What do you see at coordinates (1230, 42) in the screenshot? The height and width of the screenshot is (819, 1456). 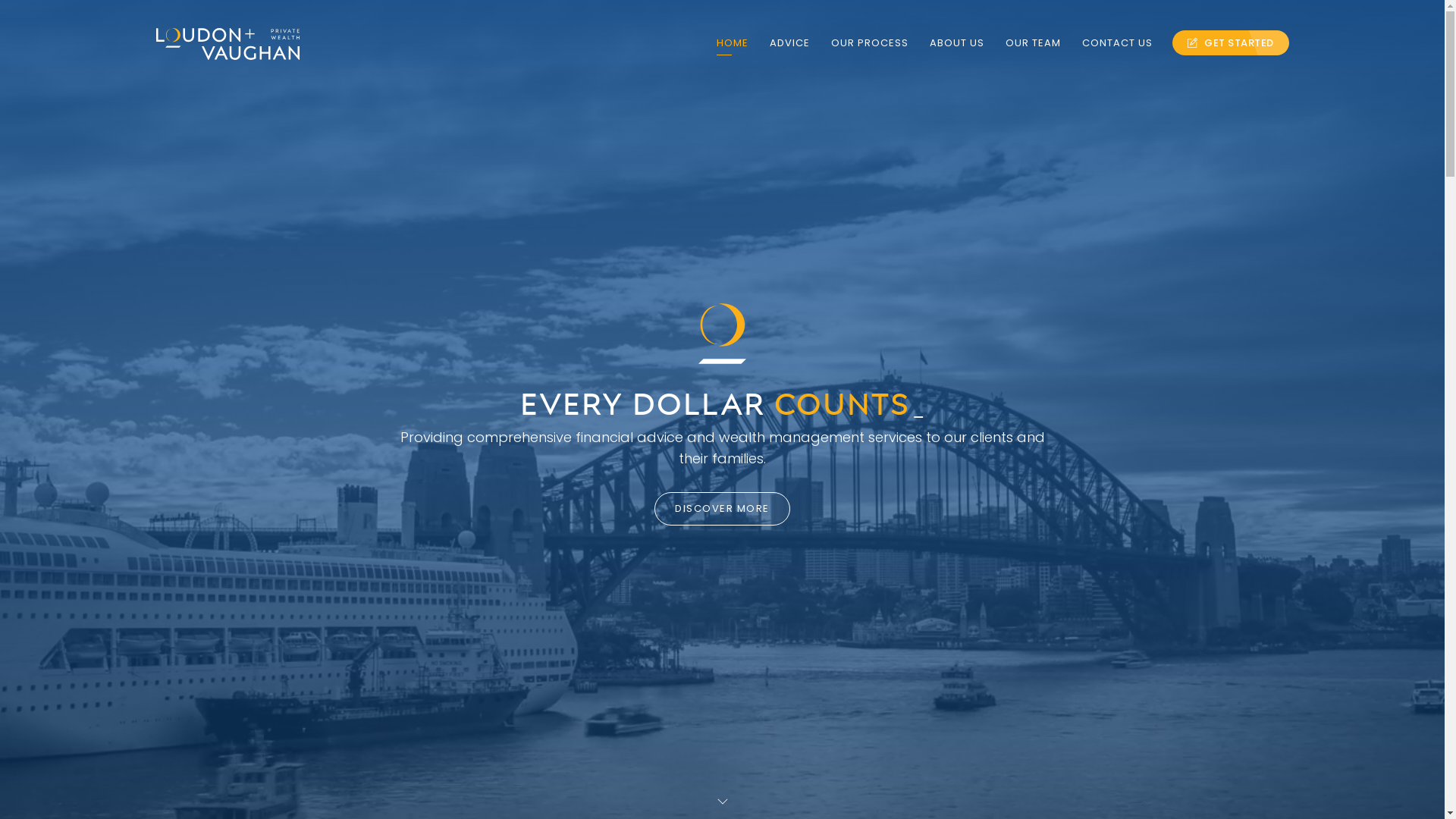 I see `'GET STARTED'` at bounding box center [1230, 42].